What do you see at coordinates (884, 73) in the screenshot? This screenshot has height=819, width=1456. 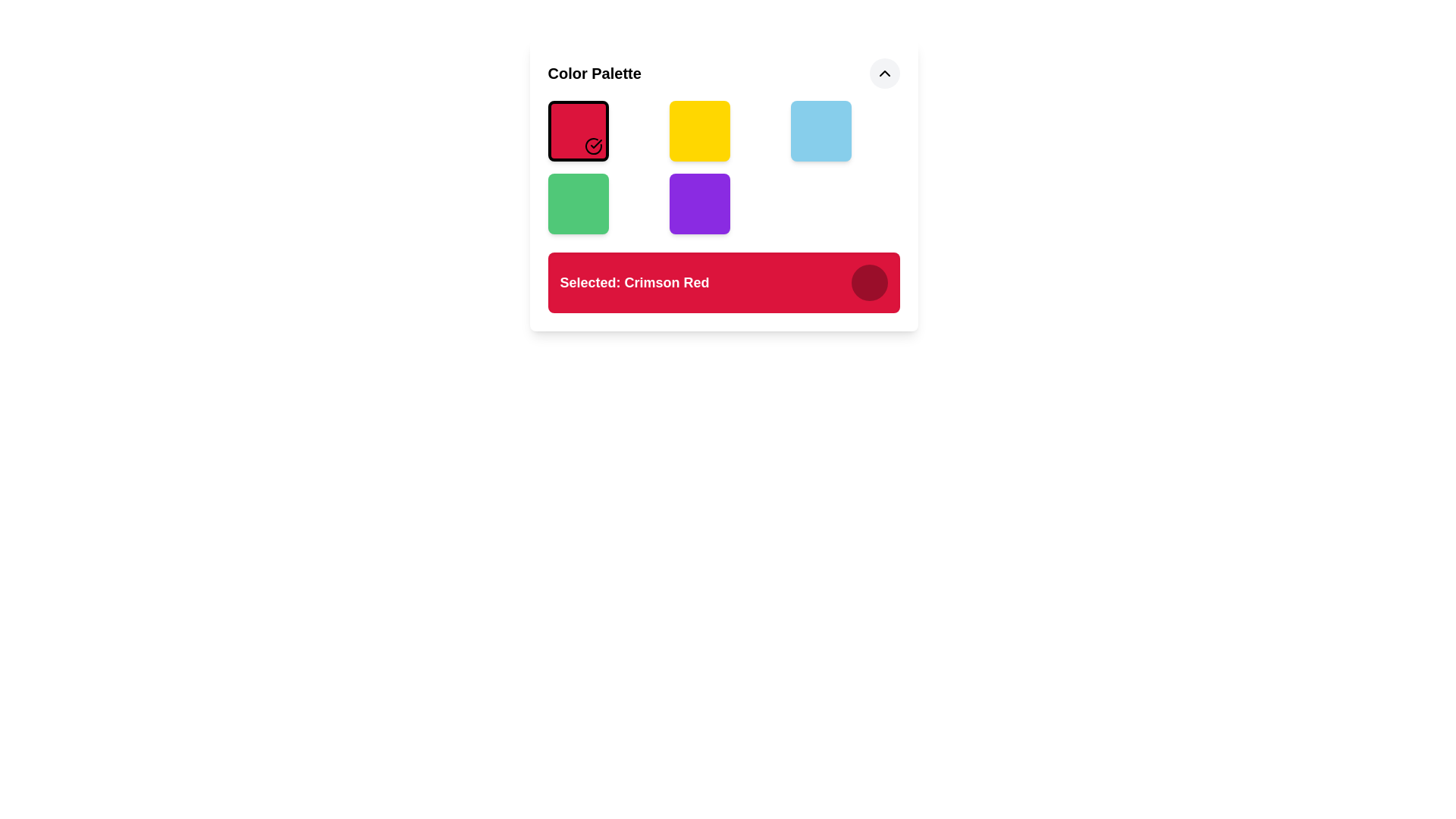 I see `the button located at the top-right corner of the 'Color Palette' section` at bounding box center [884, 73].